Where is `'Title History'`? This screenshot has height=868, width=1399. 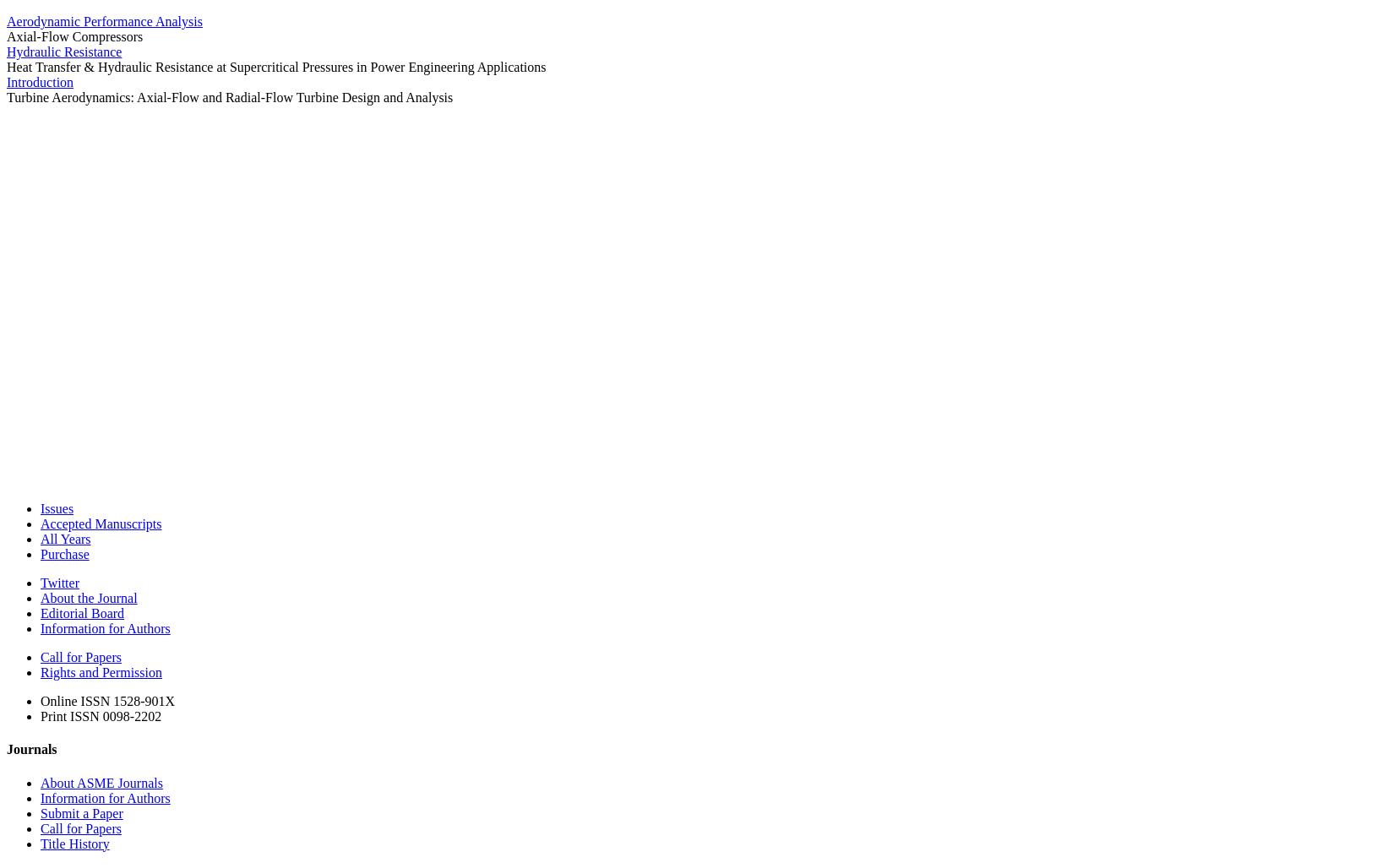 'Title History' is located at coordinates (40, 842).